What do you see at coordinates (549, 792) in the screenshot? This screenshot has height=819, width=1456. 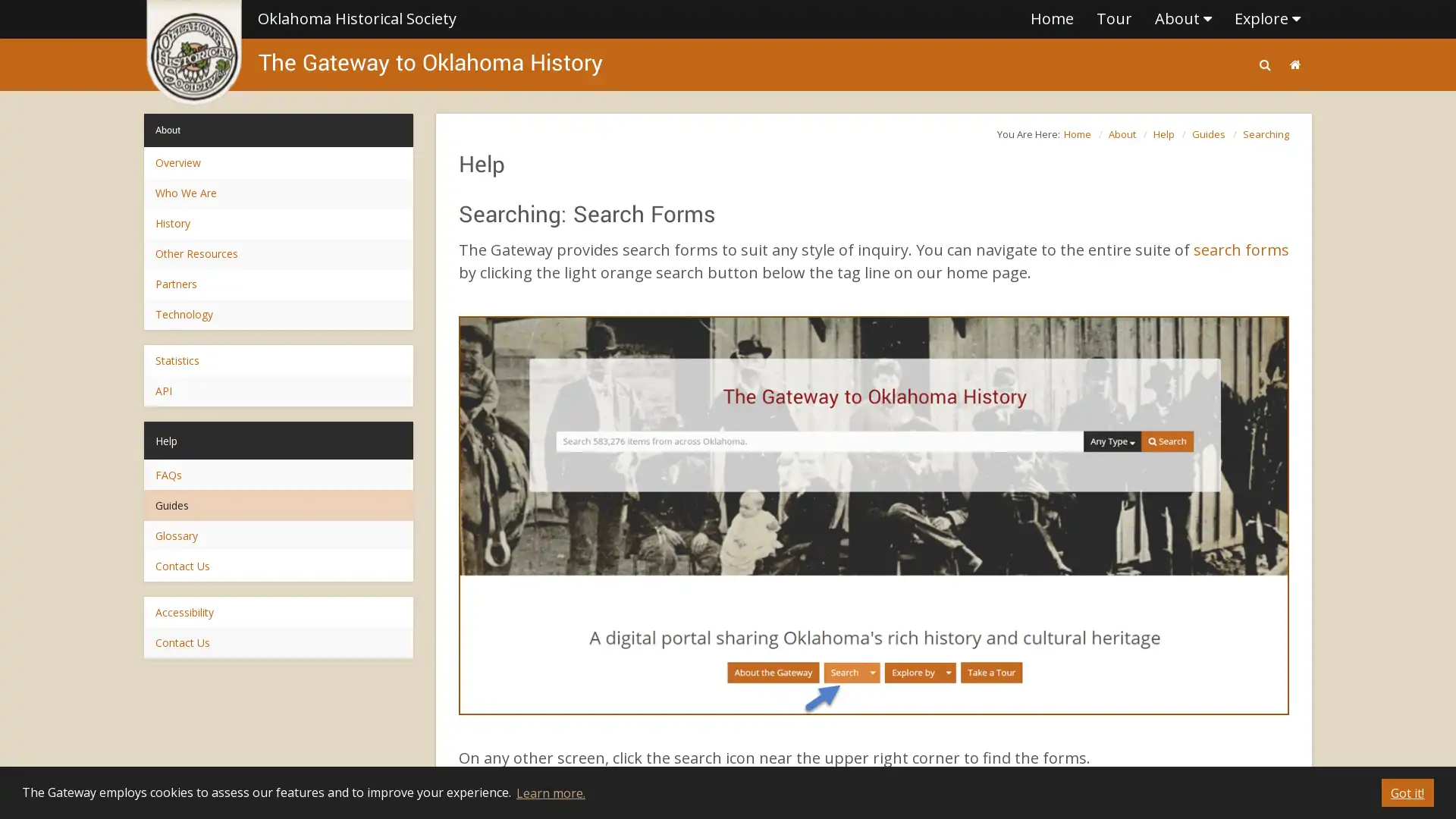 I see `learn more about cookies` at bounding box center [549, 792].